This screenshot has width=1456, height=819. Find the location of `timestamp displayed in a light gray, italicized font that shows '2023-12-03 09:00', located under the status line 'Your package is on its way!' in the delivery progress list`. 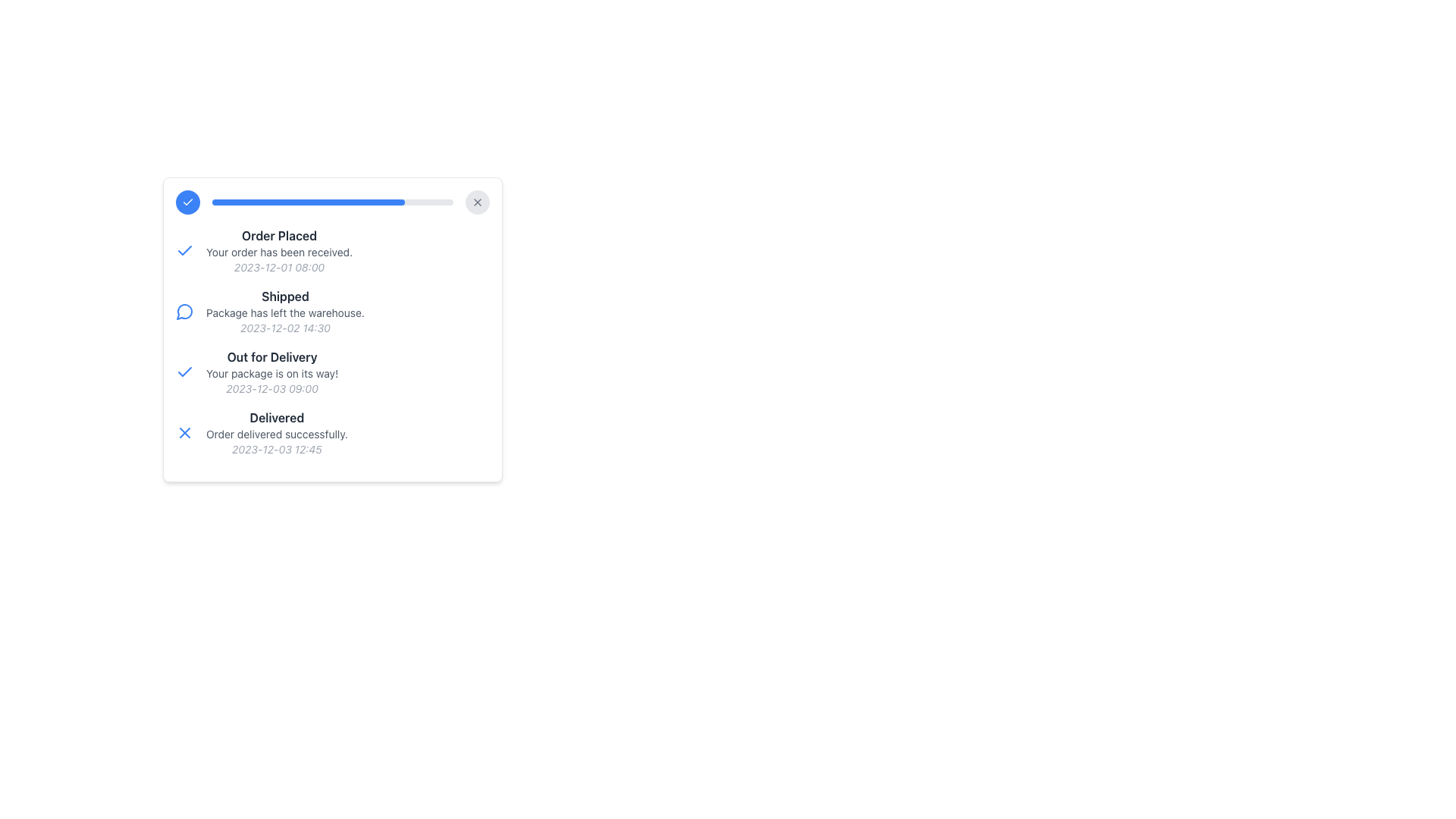

timestamp displayed in a light gray, italicized font that shows '2023-12-03 09:00', located under the status line 'Your package is on its way!' in the delivery progress list is located at coordinates (272, 388).